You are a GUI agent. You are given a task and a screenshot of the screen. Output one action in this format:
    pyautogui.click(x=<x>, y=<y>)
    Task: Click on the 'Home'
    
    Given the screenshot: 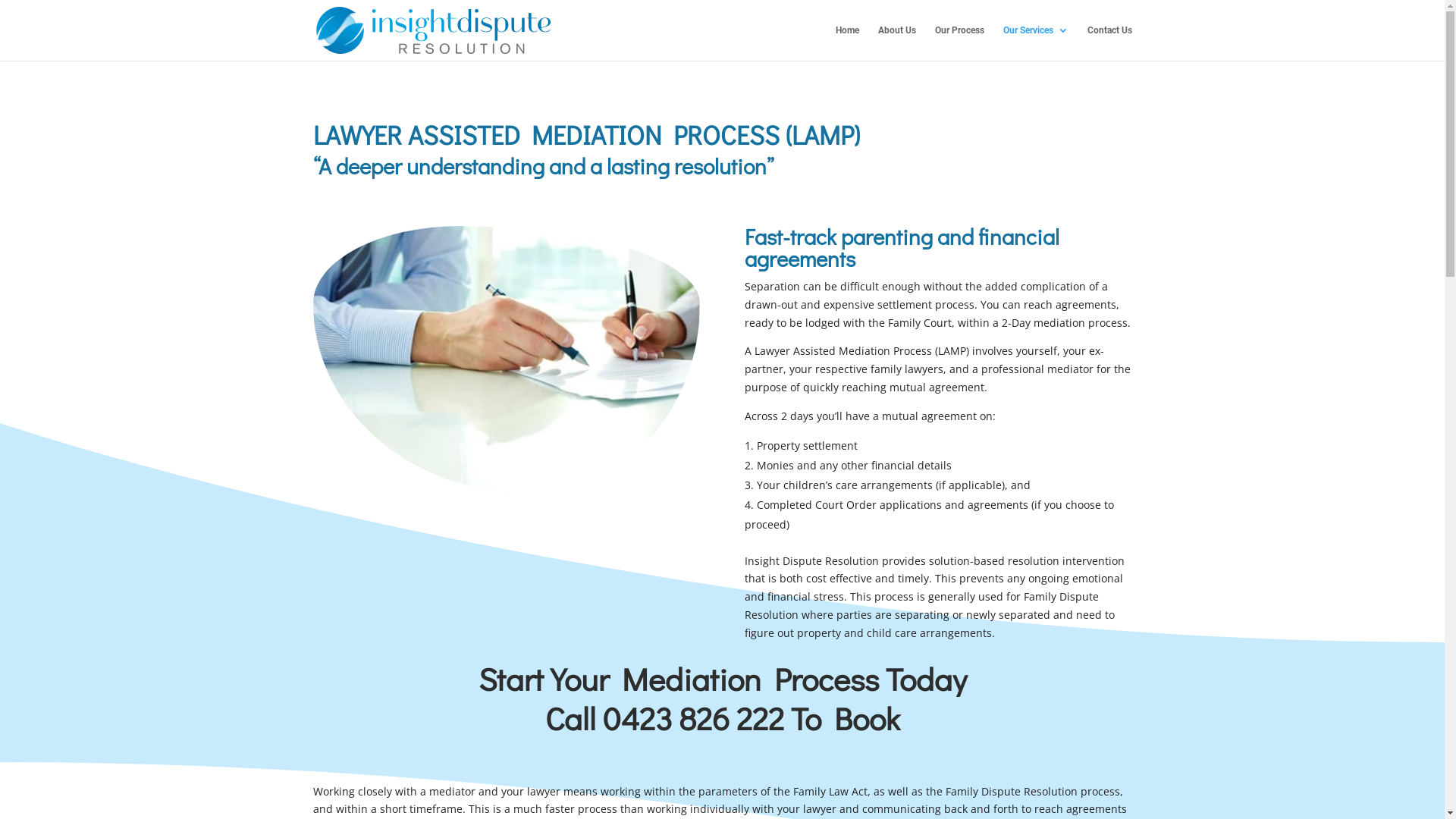 What is the action you would take?
    pyautogui.click(x=835, y=42)
    